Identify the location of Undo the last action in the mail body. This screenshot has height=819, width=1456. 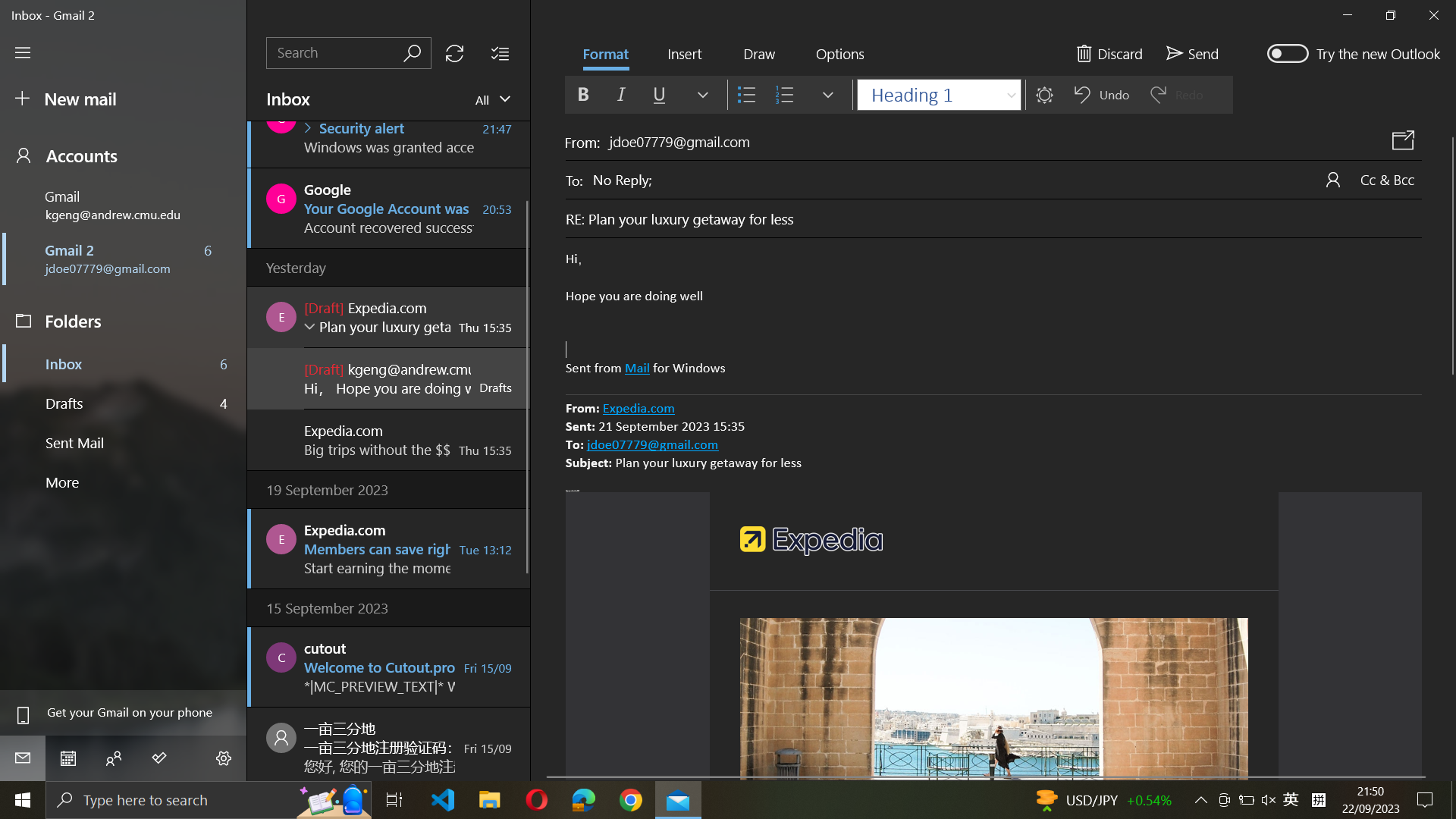
(993, 314).